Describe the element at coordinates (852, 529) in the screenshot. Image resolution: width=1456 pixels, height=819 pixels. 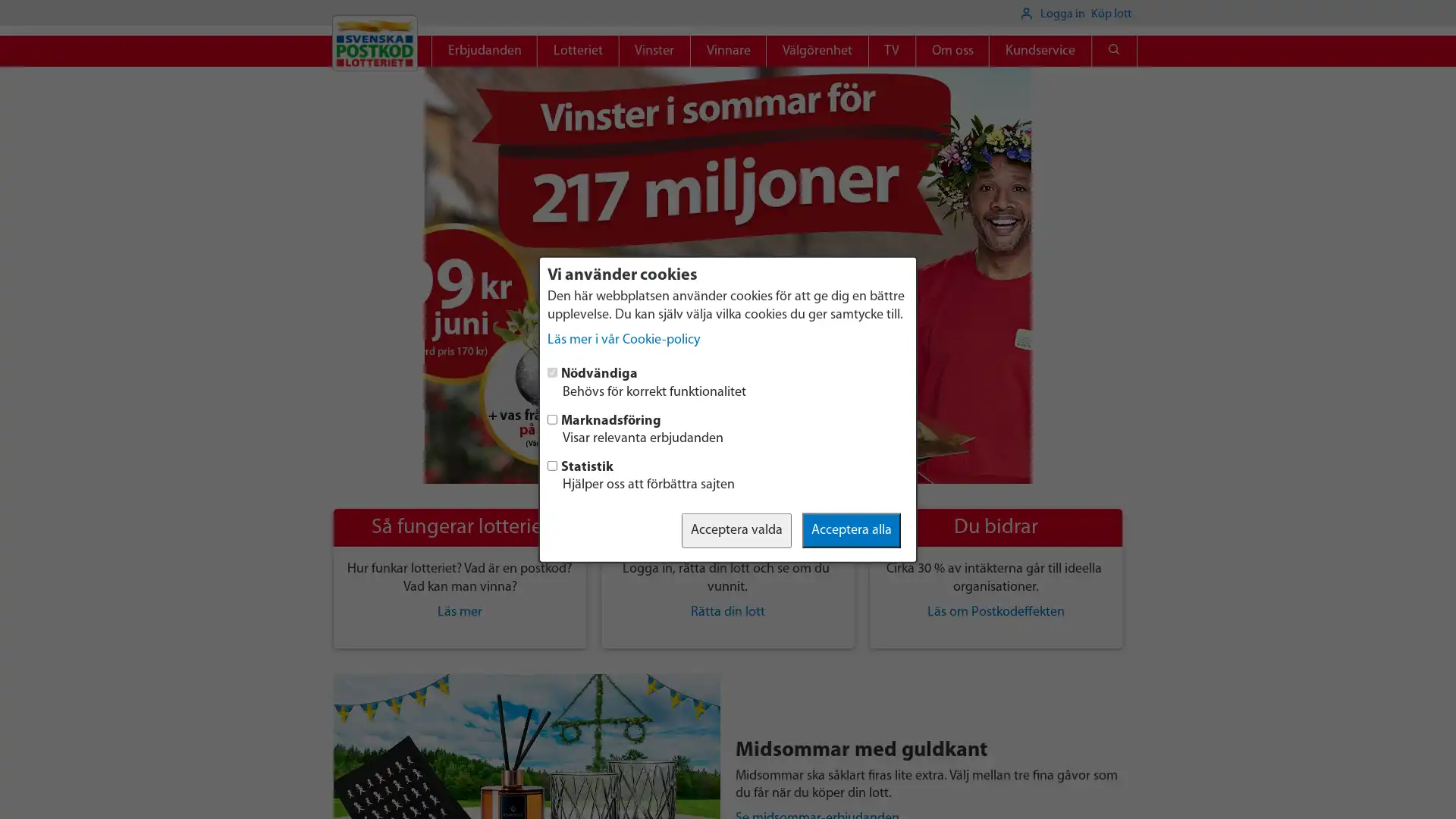
I see `Acceptera alla` at that location.